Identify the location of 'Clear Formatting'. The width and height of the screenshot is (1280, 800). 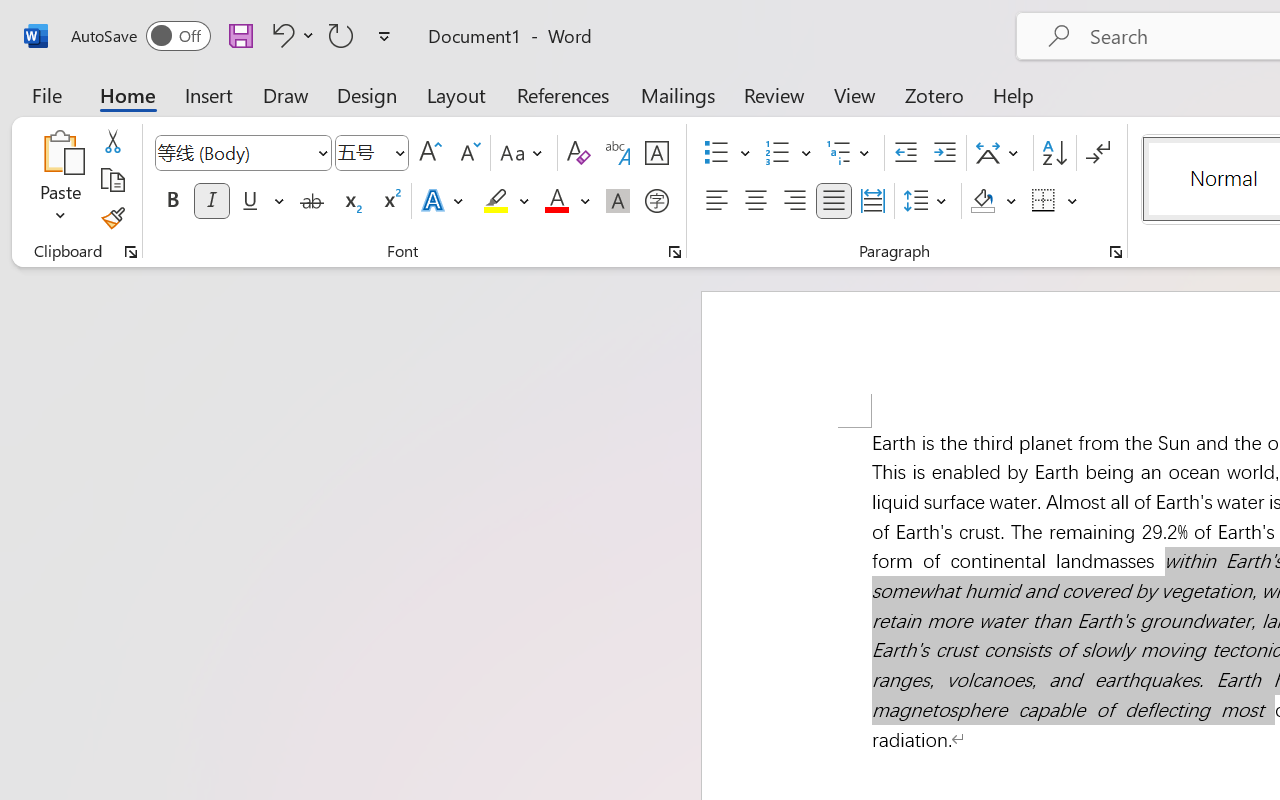
(577, 153).